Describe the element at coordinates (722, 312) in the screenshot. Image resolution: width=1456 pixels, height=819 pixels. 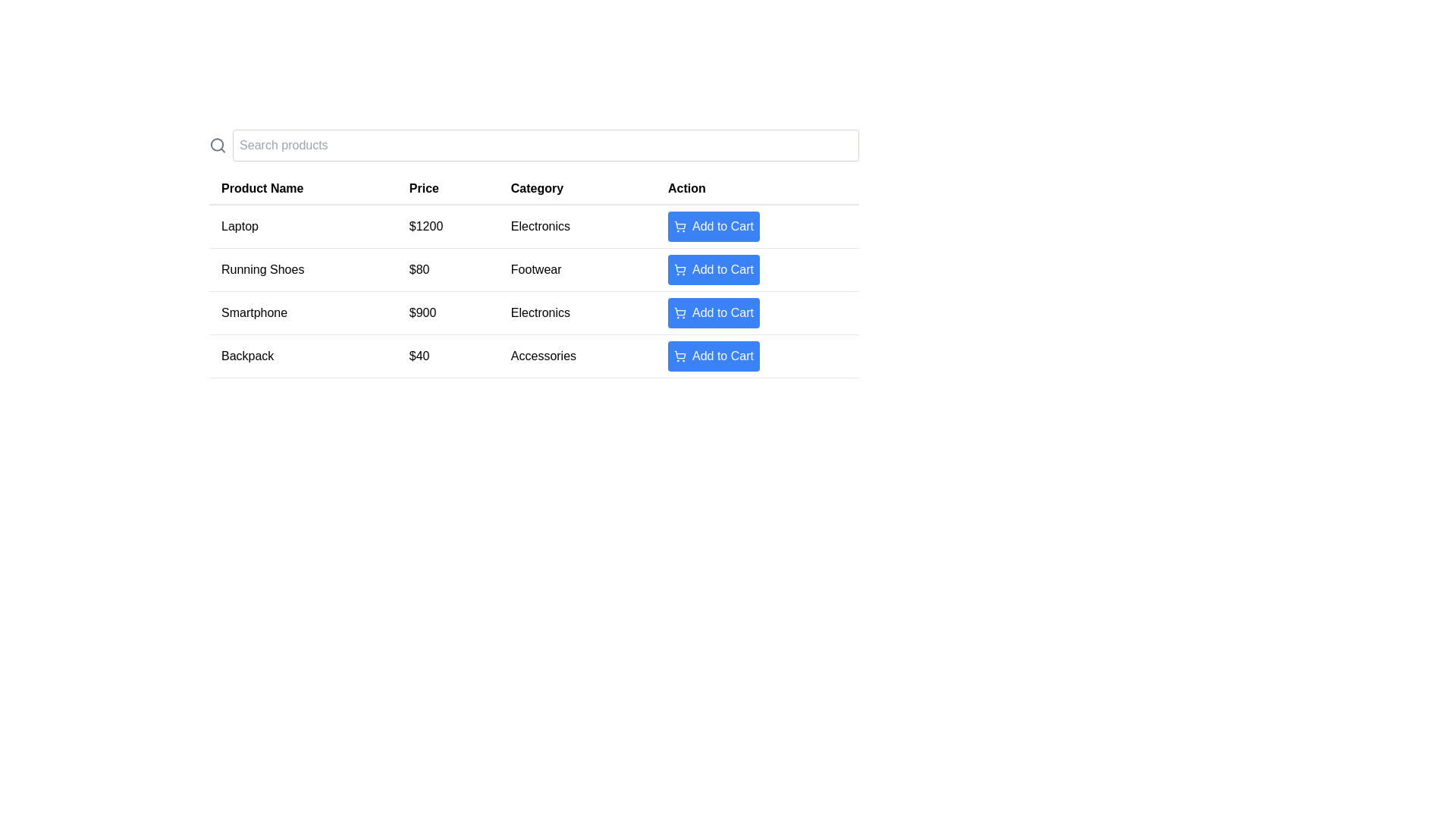
I see `the 'Add to Cart' button text label using keyboard navigation` at that location.